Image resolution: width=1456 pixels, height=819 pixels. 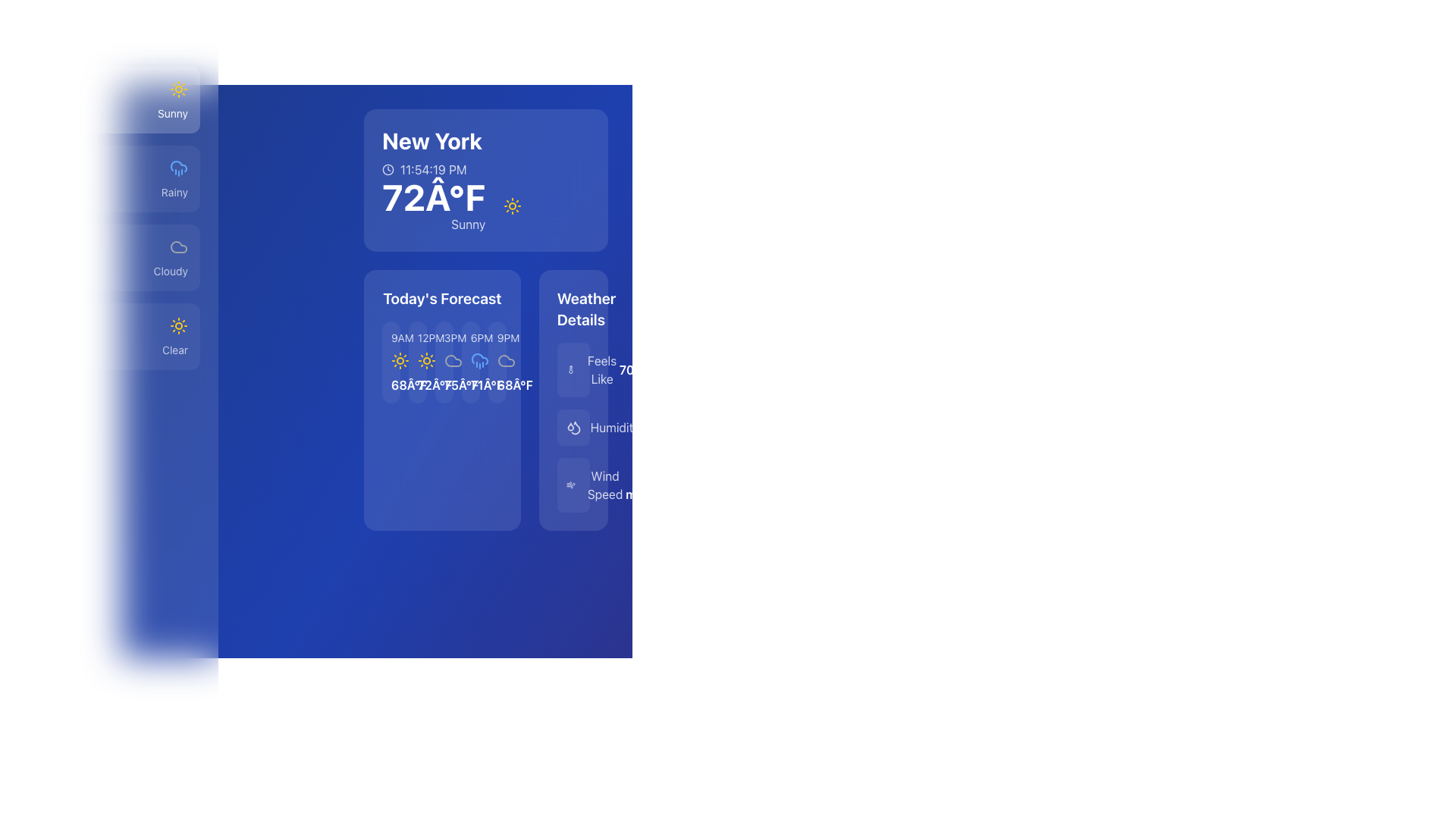 I want to click on text displayed in the current time format 'HH:MM:SS AM/PM' located to the immediate right of the clock icon in the 'New York' section, so click(x=432, y=169).